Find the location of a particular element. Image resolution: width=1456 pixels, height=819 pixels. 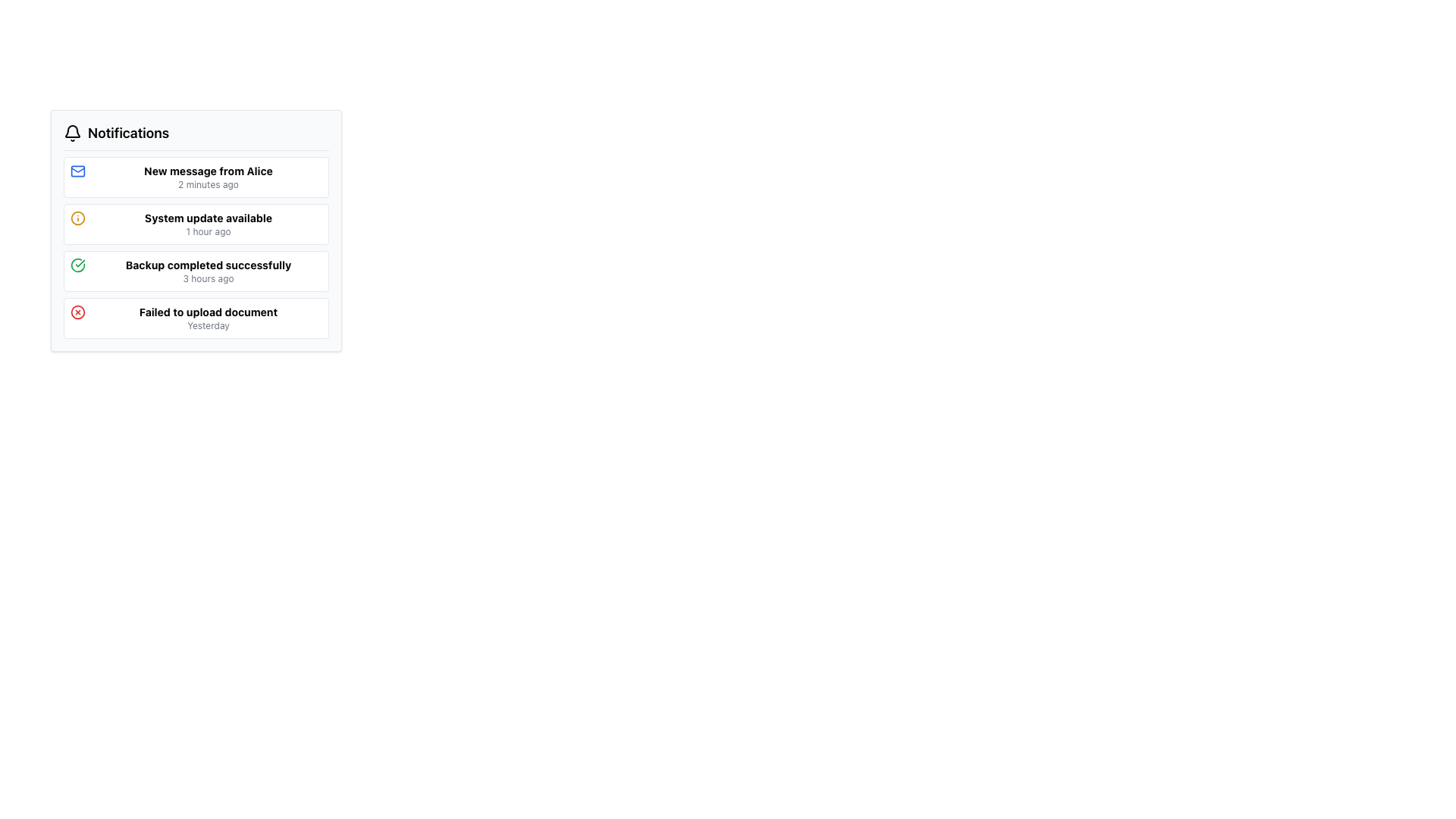

text content of the notification item displaying 'Failed to upload document' and 'Yesterday' located in the fourth notification item of the list is located at coordinates (207, 318).